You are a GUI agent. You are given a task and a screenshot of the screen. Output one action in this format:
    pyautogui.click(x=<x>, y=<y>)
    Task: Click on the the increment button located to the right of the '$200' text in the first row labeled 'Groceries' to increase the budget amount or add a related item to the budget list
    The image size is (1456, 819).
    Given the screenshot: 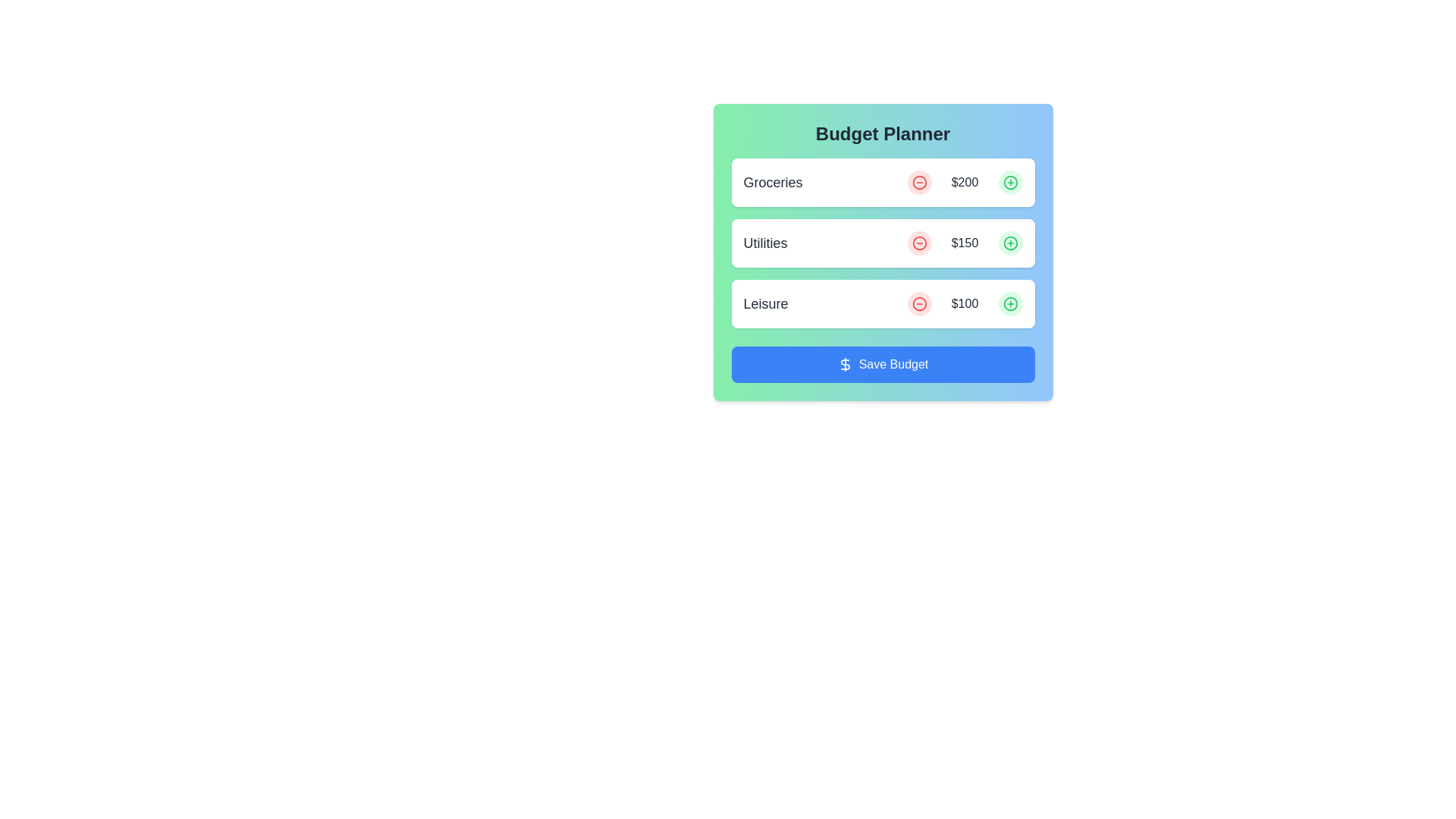 What is the action you would take?
    pyautogui.click(x=1010, y=181)
    